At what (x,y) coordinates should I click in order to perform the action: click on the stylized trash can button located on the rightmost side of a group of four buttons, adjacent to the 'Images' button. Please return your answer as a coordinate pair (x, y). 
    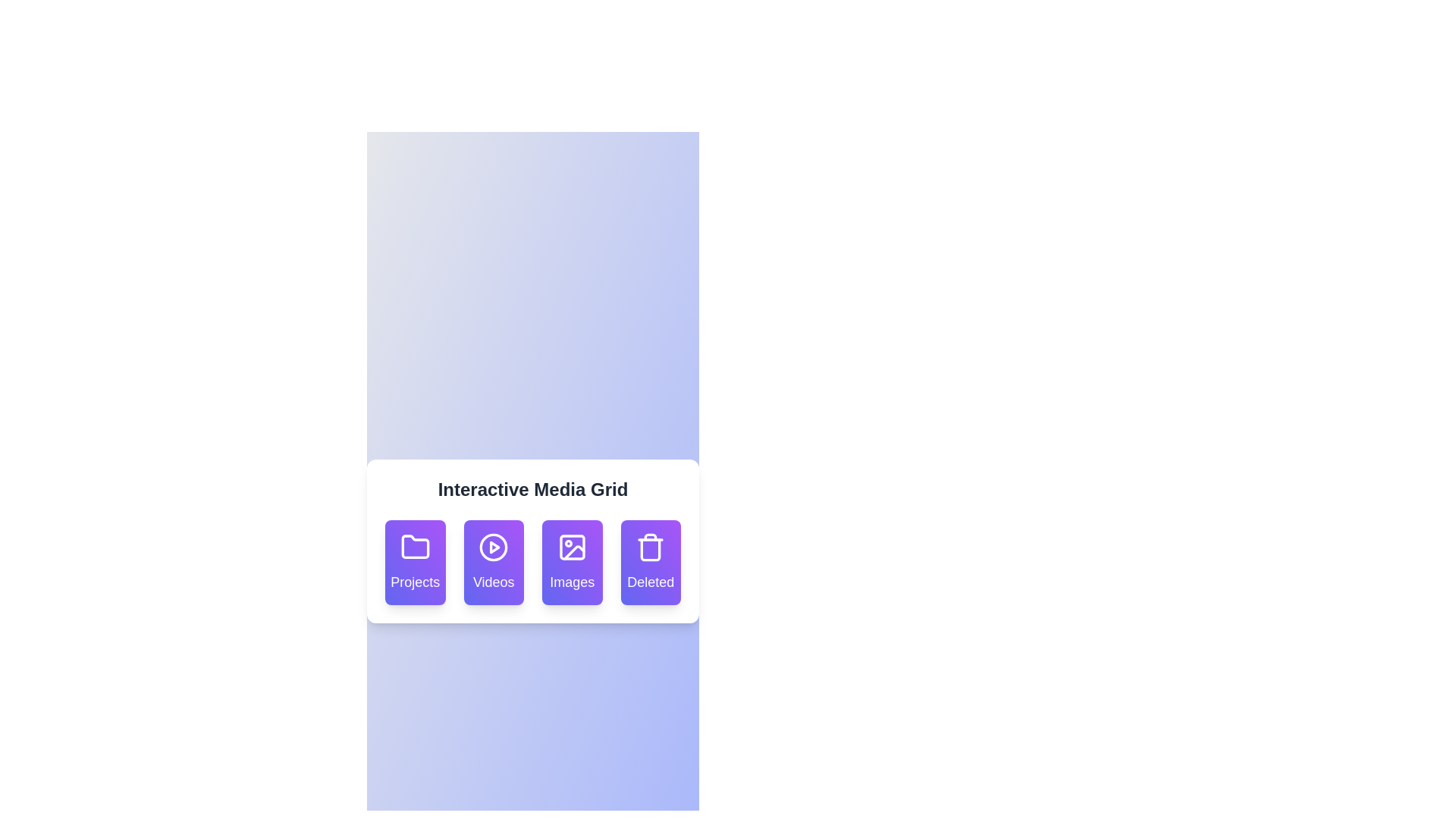
    Looking at the image, I should click on (651, 547).